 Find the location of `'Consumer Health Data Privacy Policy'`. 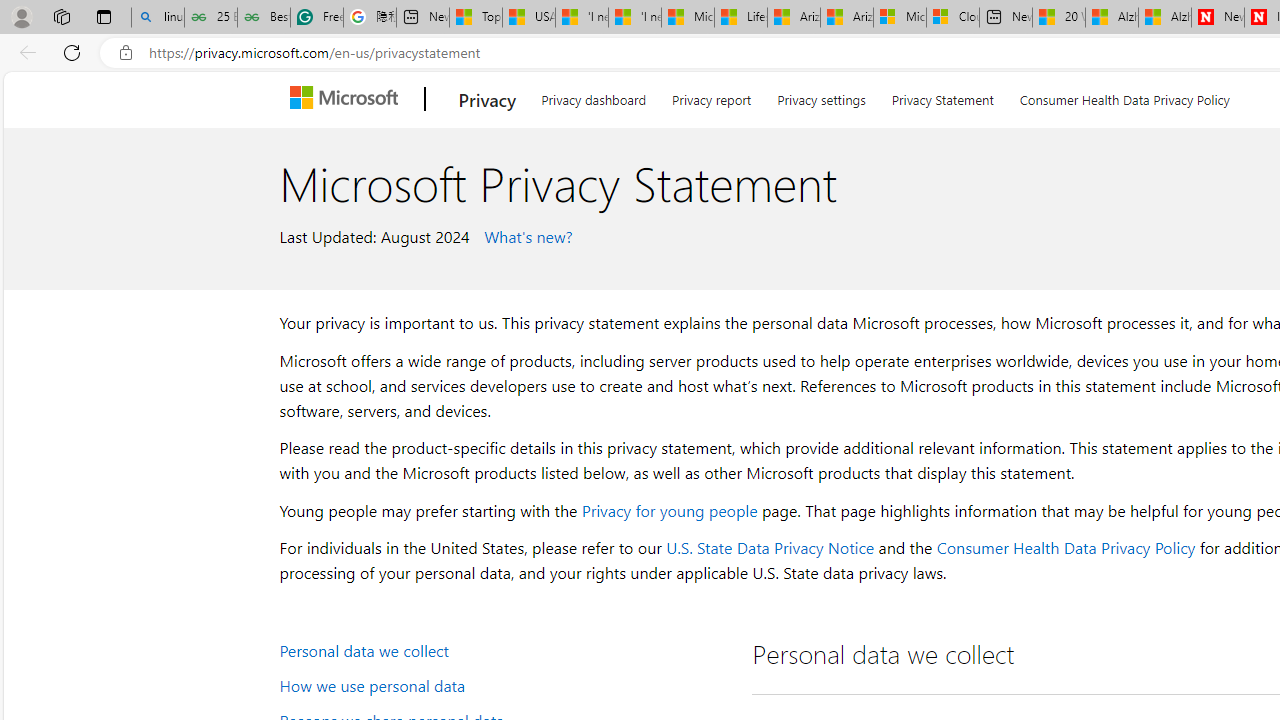

'Consumer Health Data Privacy Policy' is located at coordinates (1064, 547).